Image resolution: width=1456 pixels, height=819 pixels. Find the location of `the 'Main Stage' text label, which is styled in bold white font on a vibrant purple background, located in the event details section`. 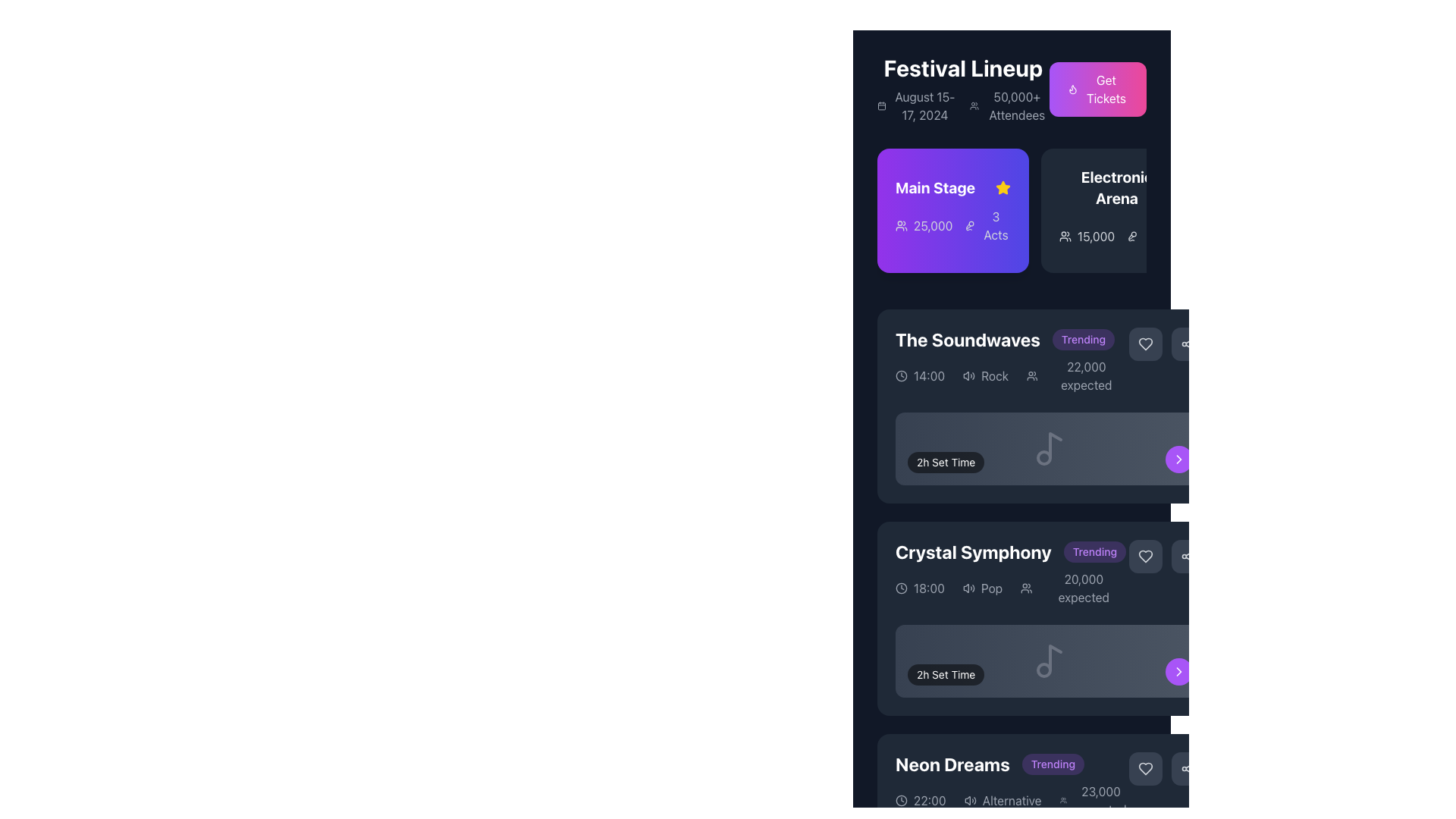

the 'Main Stage' text label, which is styled in bold white font on a vibrant purple background, located in the event details section is located at coordinates (934, 187).